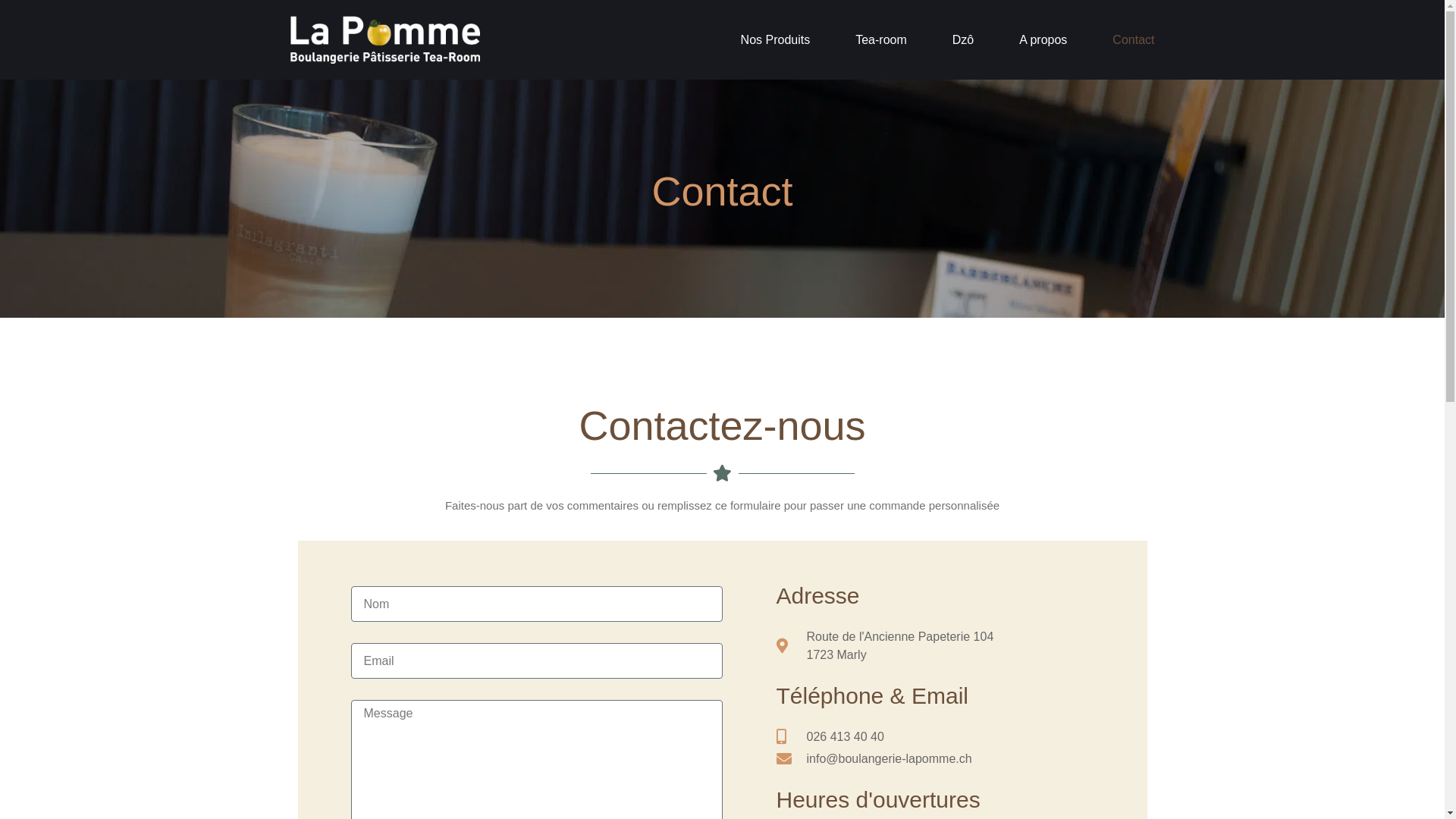  I want to click on 'Nos Produits', so click(741, 39).